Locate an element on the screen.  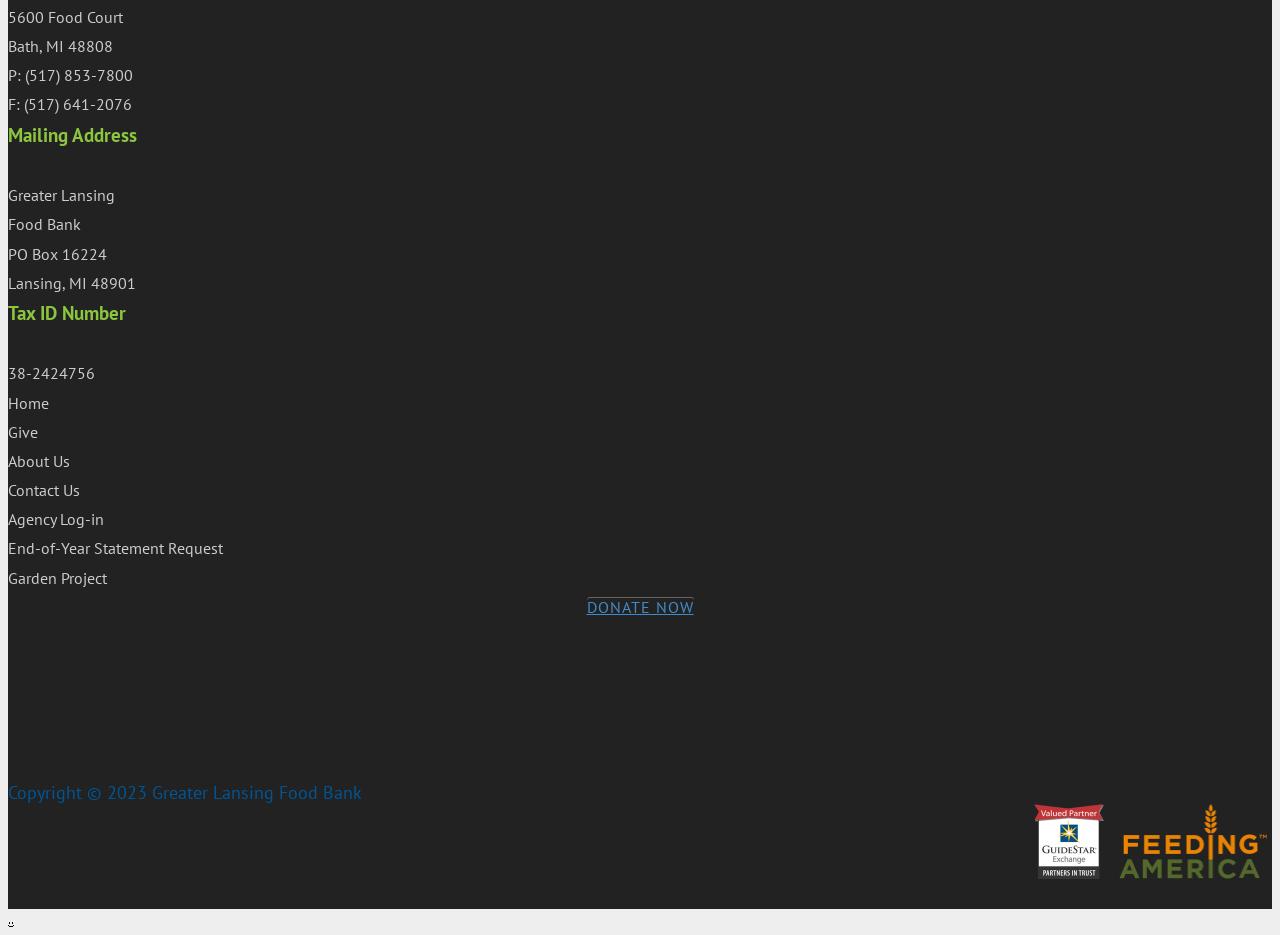
'Bath, MI 48808' is located at coordinates (8, 46).